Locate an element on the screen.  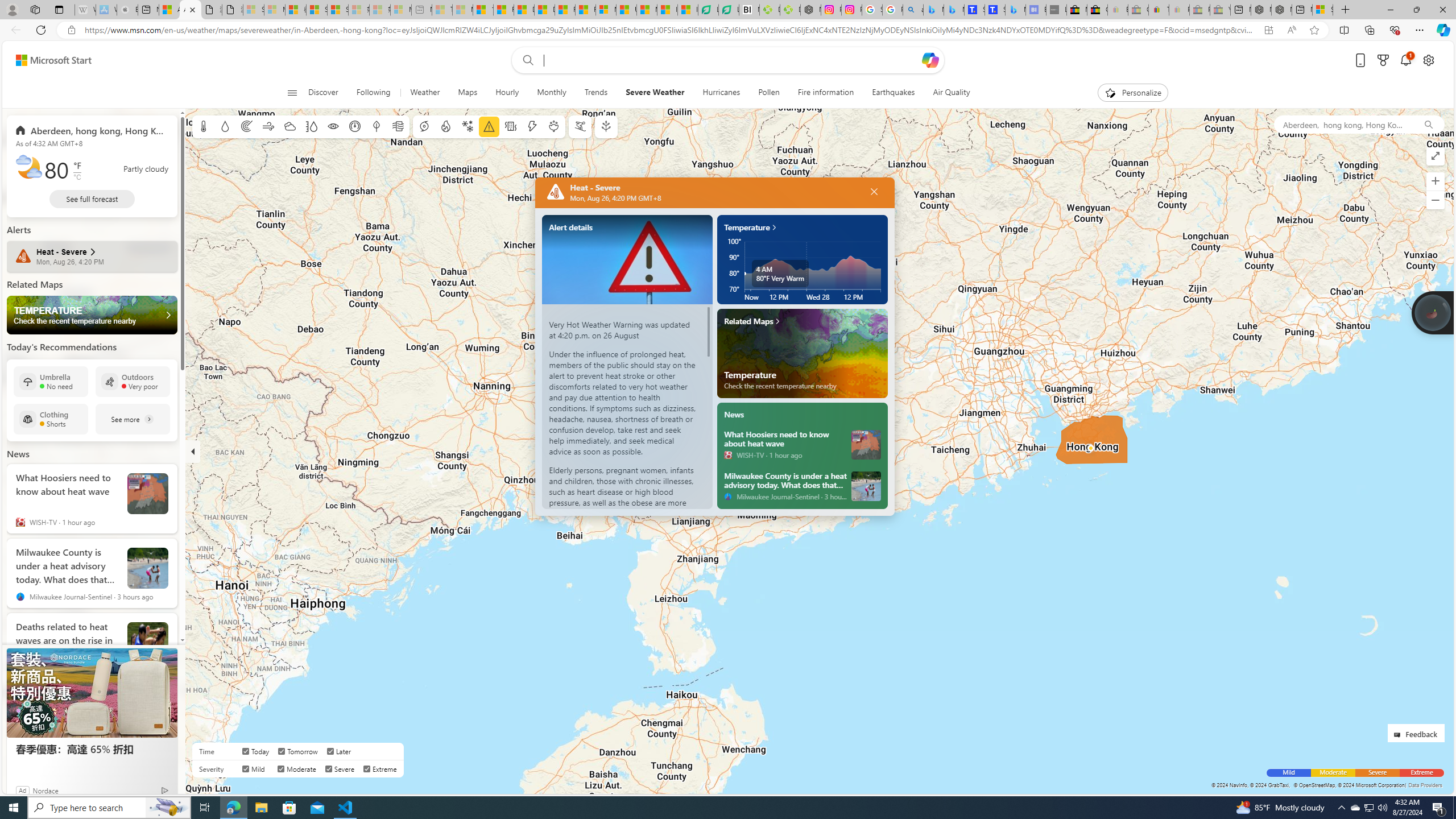
'WISH-TV' is located at coordinates (728, 454).